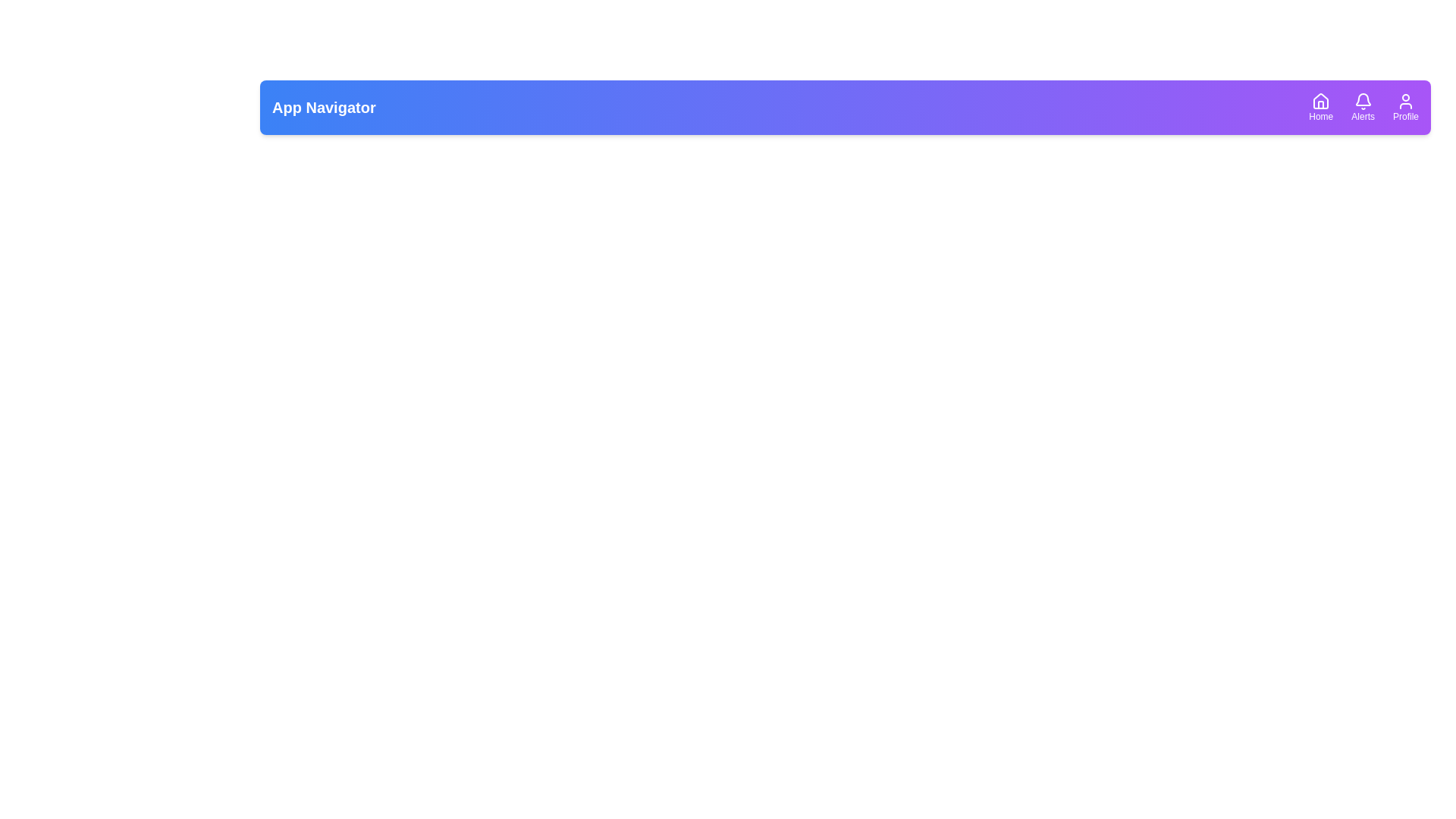 The image size is (1456, 819). Describe the element at coordinates (1363, 102) in the screenshot. I see `the bell icon displayed in white color with a rounded outline, located within the purple background of the 'Alerts' navigation bar at the top-right corner of the interface` at that location.